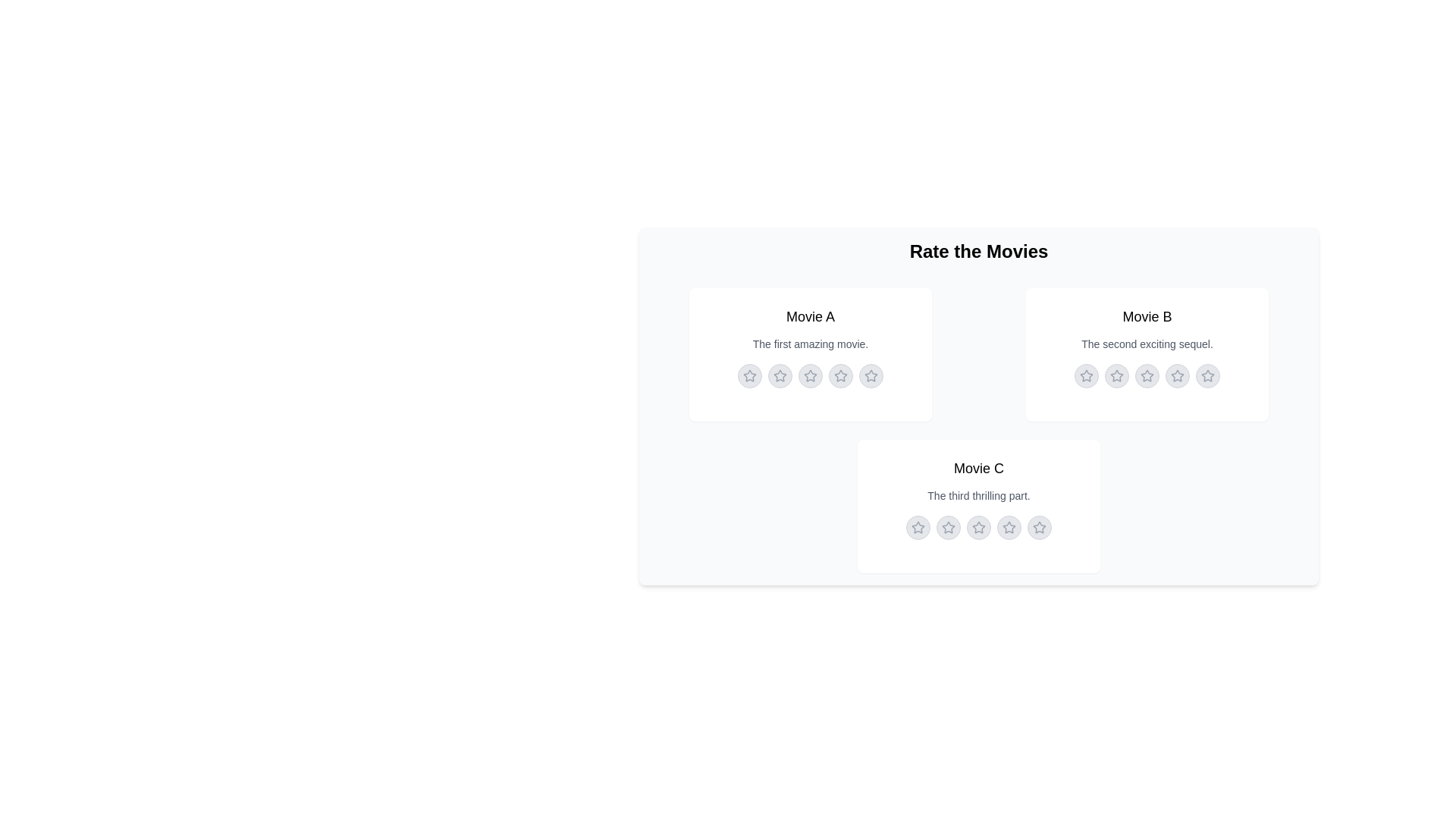  Describe the element at coordinates (1008, 526) in the screenshot. I see `the fourth star icon in the star rating system under 'Movie C' to assign a rating` at that location.